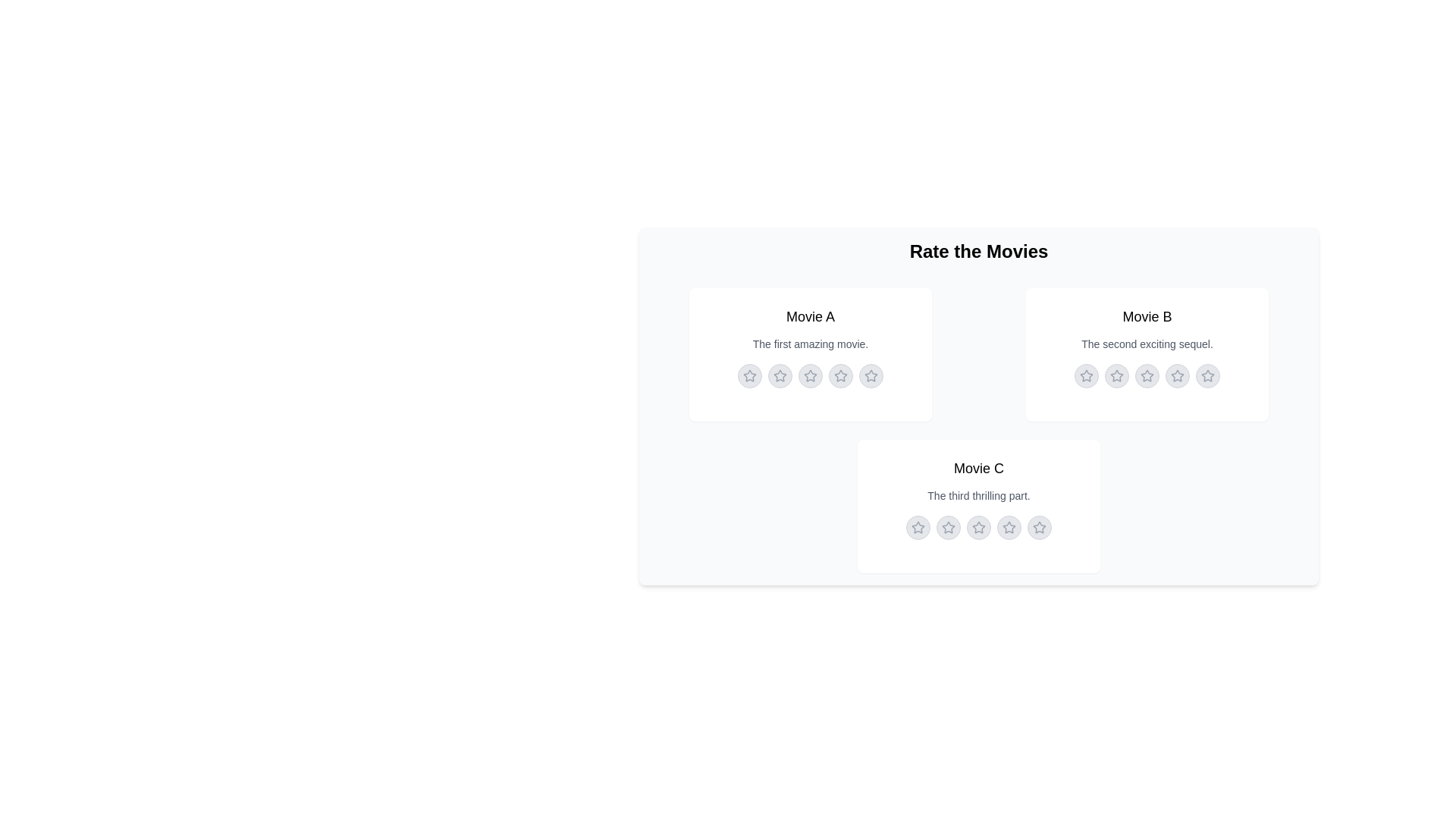  Describe the element at coordinates (1008, 526) in the screenshot. I see `the fourth star icon in the star rating system under 'Movie C' to assign a rating` at that location.